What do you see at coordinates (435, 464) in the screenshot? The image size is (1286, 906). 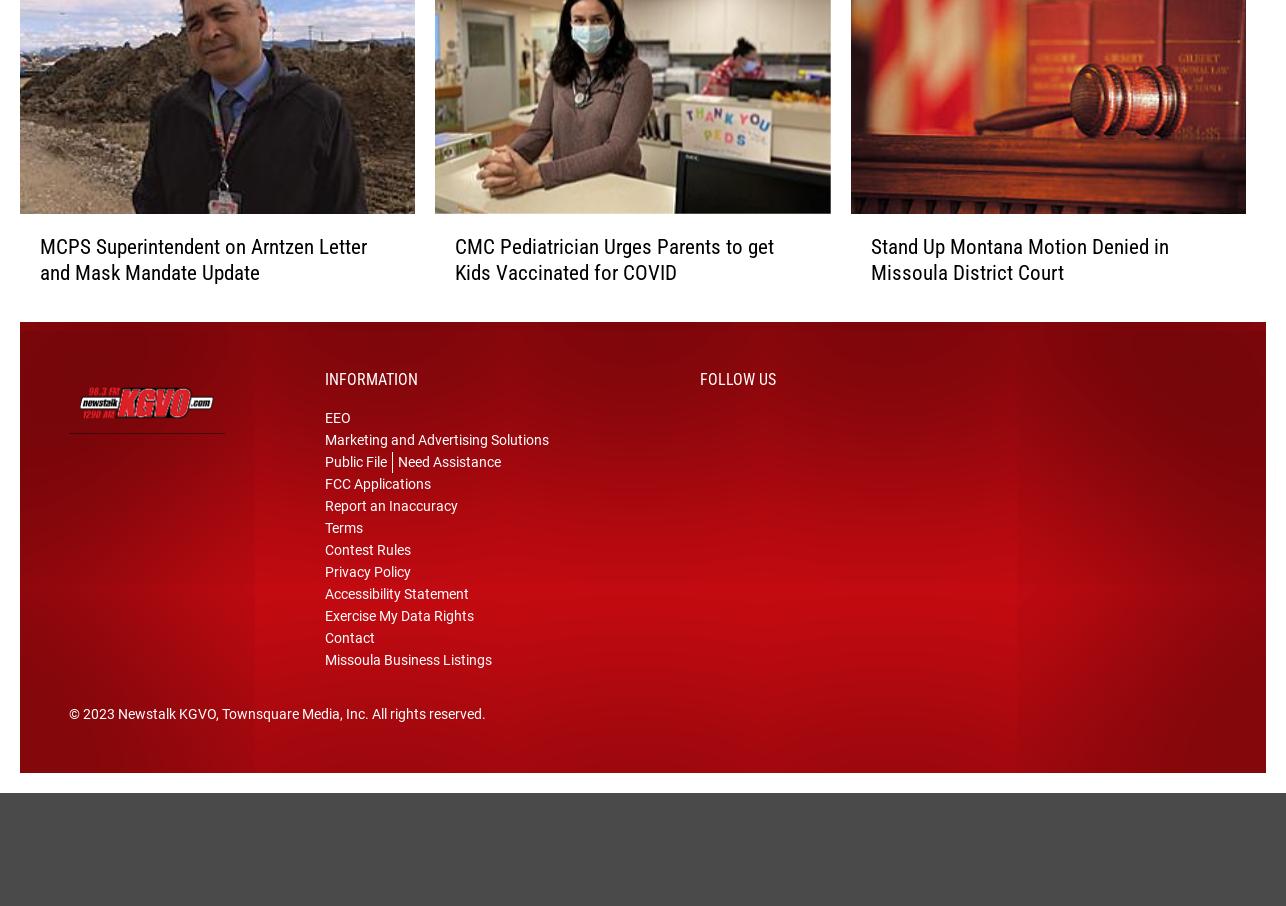 I see `'Marketing and Advertising Solutions'` at bounding box center [435, 464].